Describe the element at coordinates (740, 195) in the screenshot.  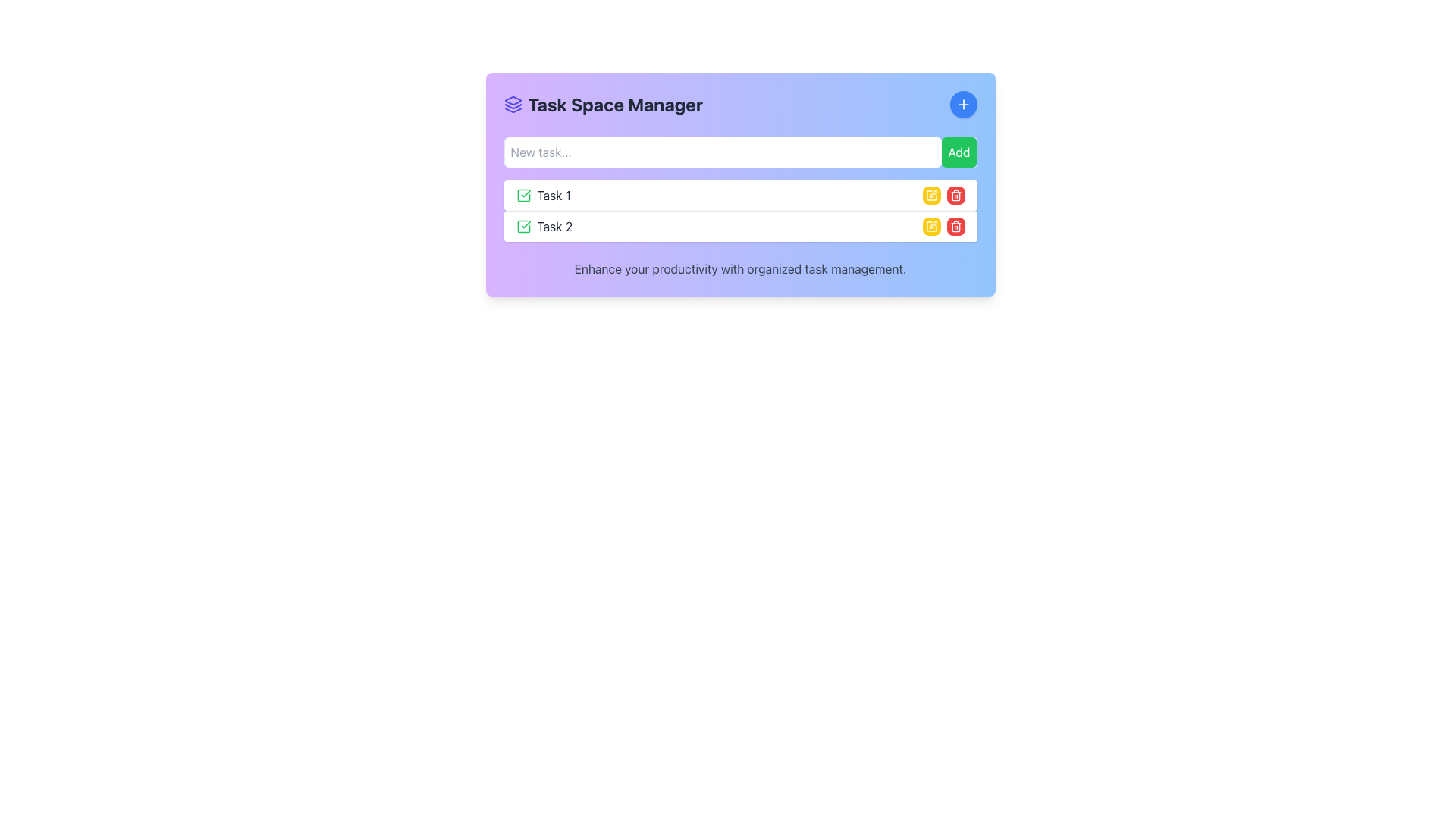
I see `the first task item in the 'Task Space Manager' interface` at that location.